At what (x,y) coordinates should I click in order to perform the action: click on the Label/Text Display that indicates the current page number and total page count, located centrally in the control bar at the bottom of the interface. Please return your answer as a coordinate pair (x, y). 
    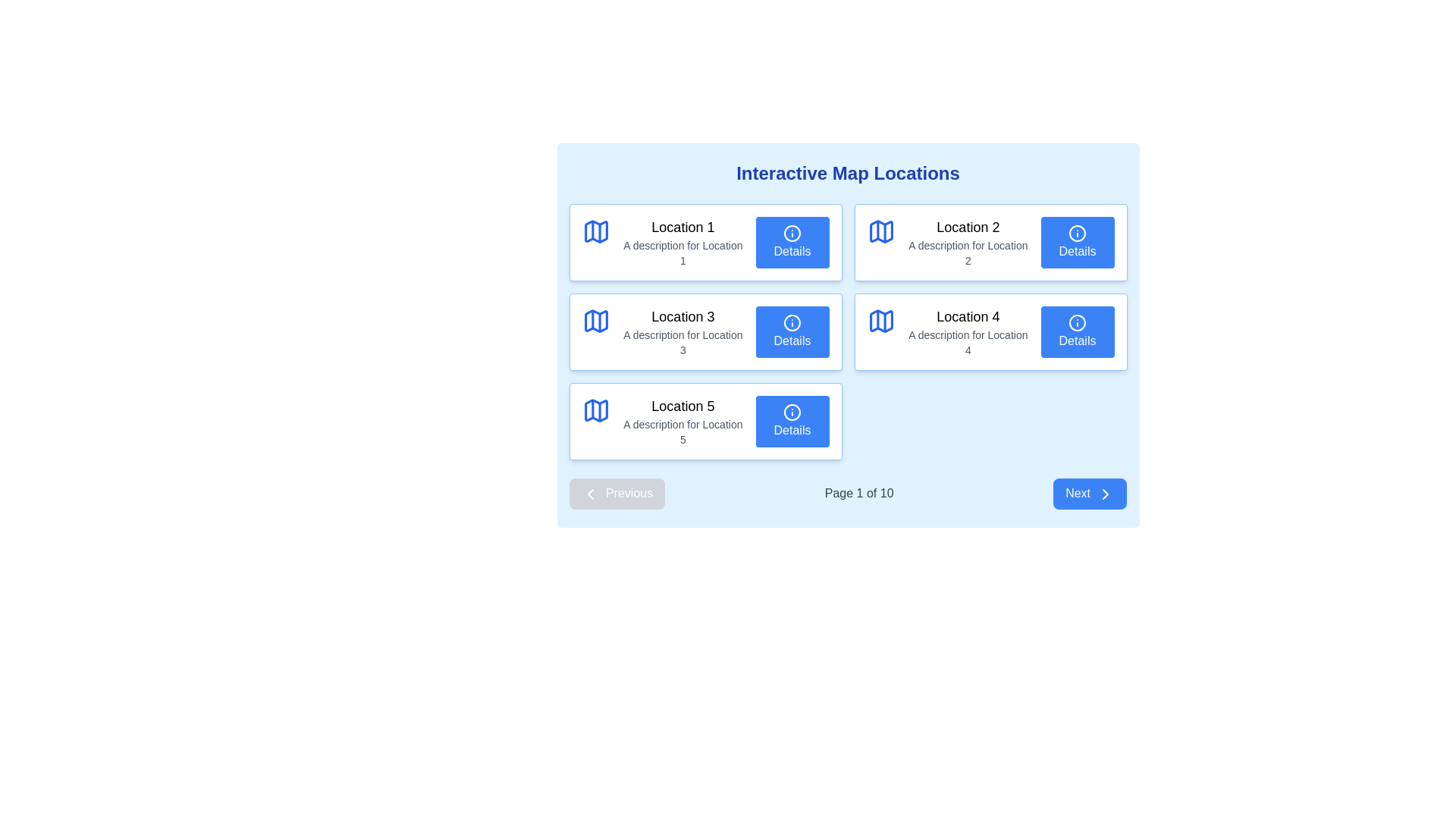
    Looking at the image, I should click on (859, 494).